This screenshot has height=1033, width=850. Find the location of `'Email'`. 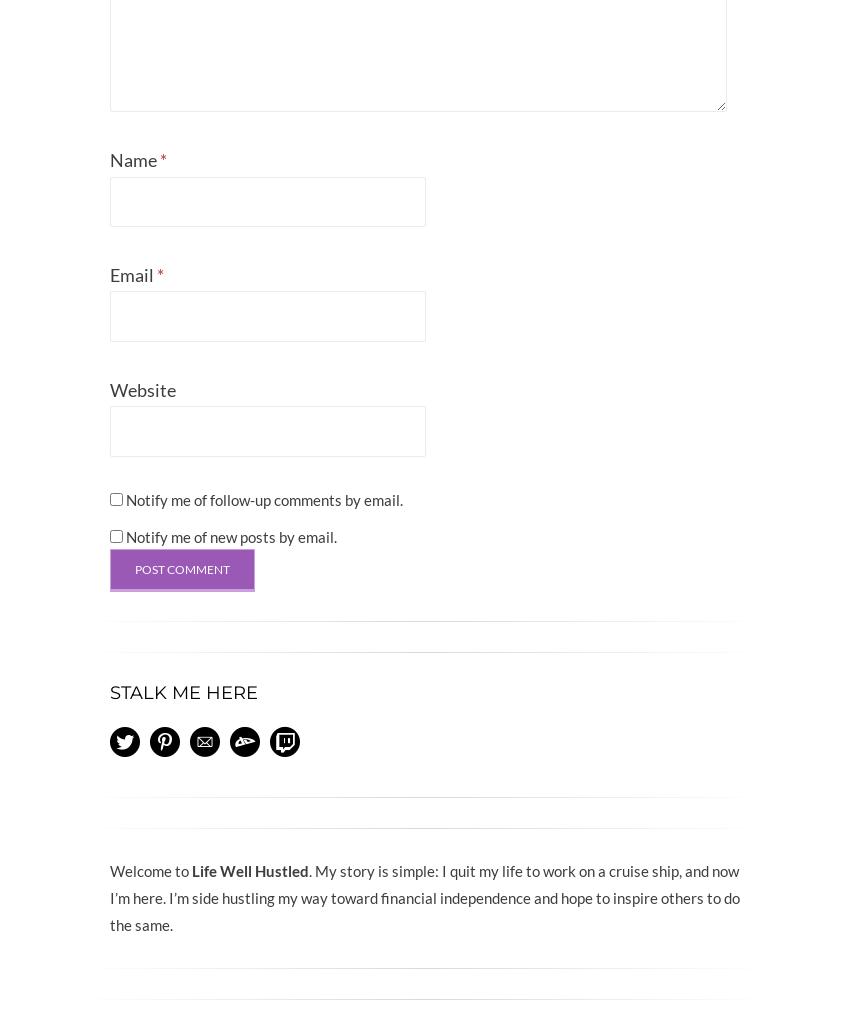

'Email' is located at coordinates (133, 272).